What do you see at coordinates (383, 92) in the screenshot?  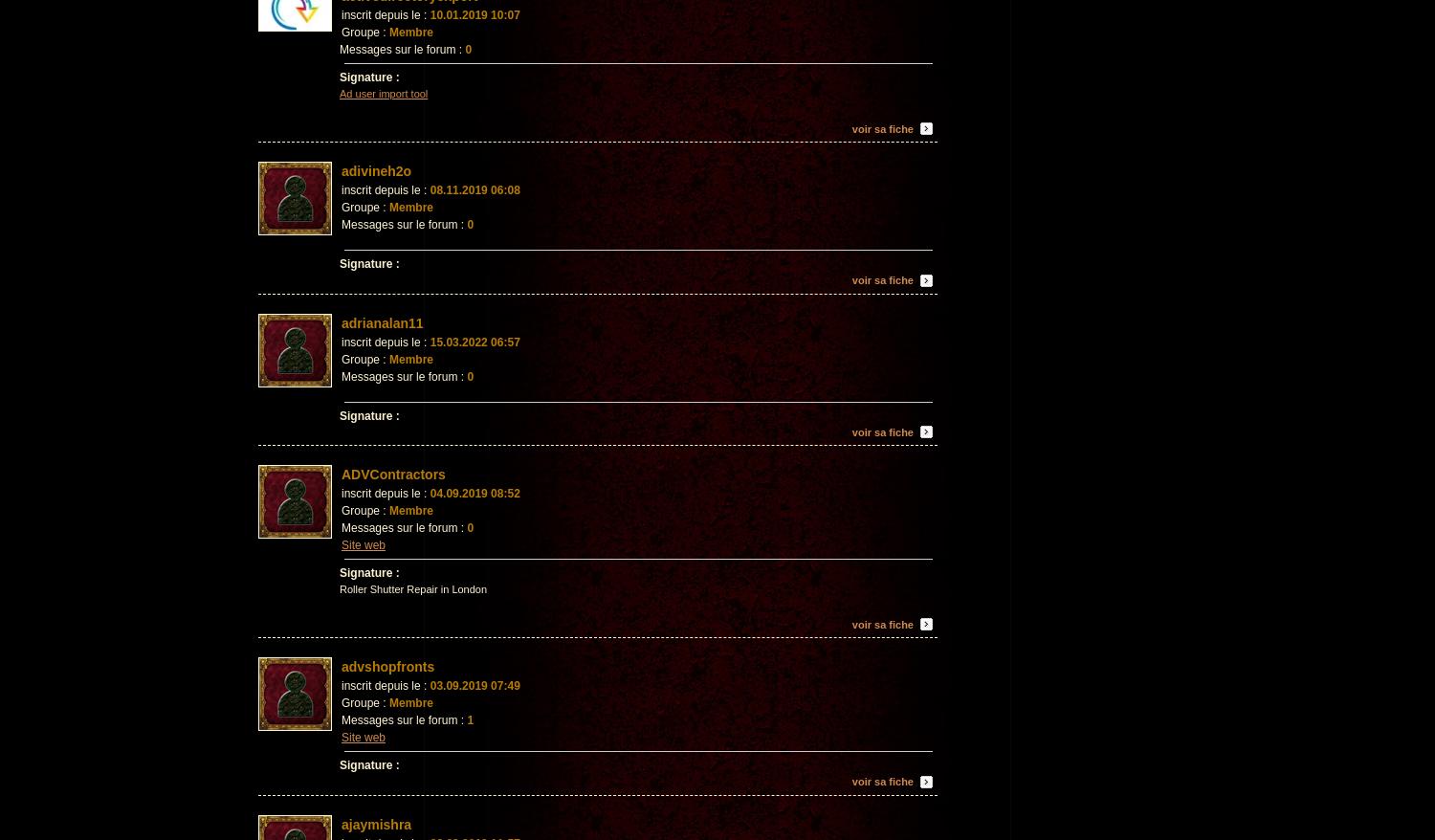 I see `'Ad user import tool'` at bounding box center [383, 92].